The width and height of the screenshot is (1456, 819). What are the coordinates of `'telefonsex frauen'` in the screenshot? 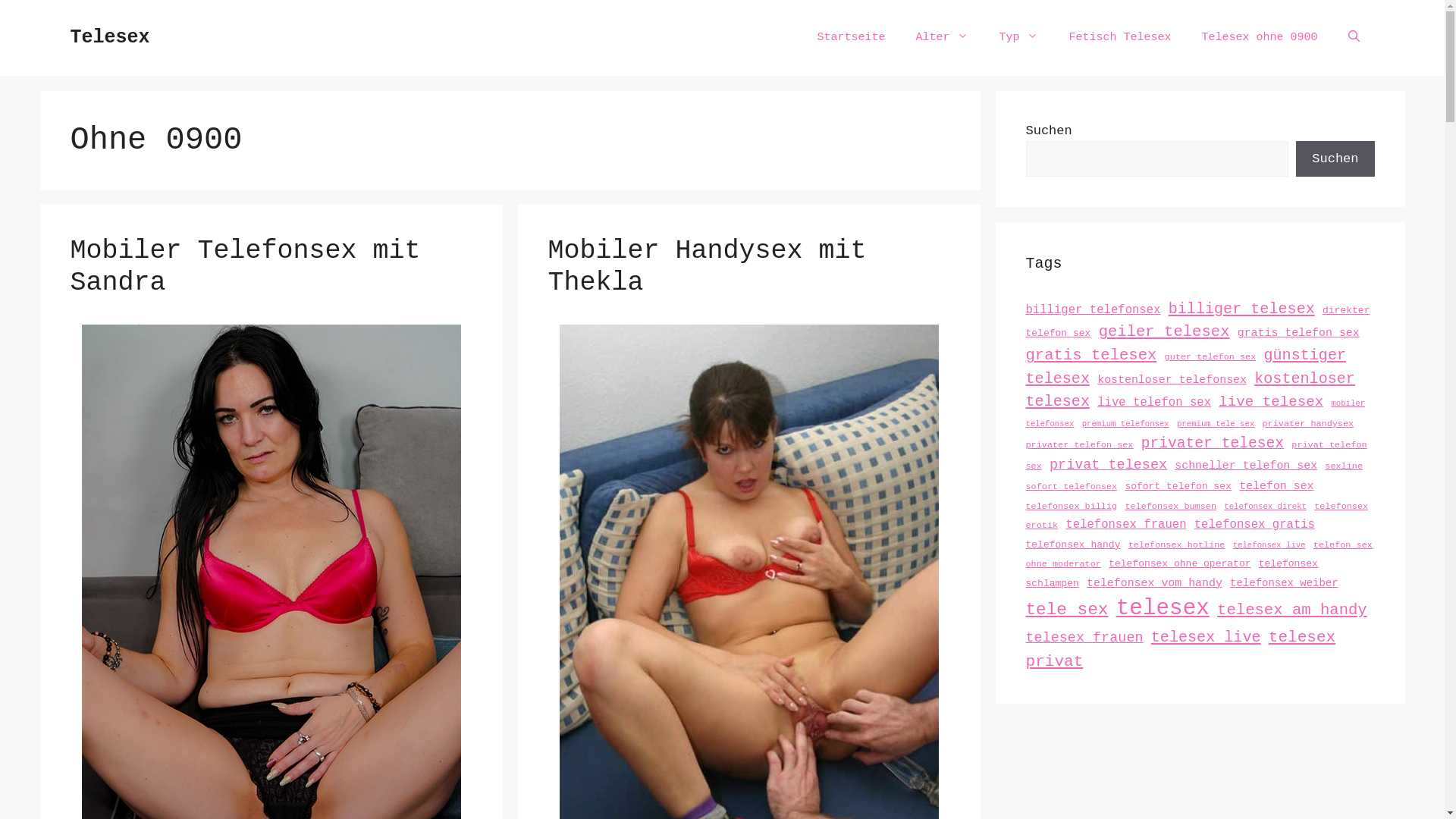 It's located at (1125, 523).